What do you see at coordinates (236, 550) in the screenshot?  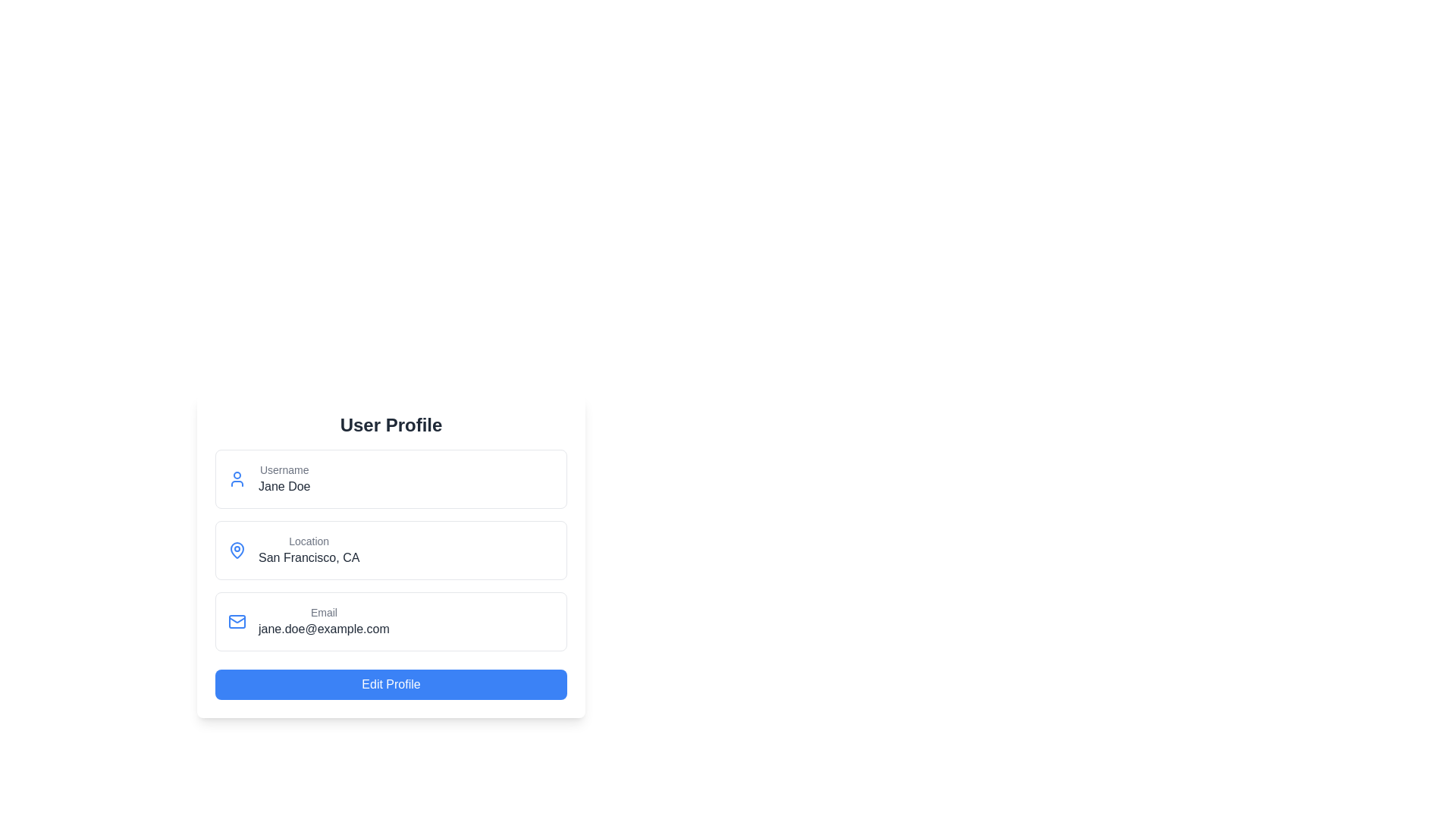 I see `the pin icon representing the location, which is the leftmost item in the second row of the user profile form, adjacent to the text 'Location: San Francisco, CA'` at bounding box center [236, 550].